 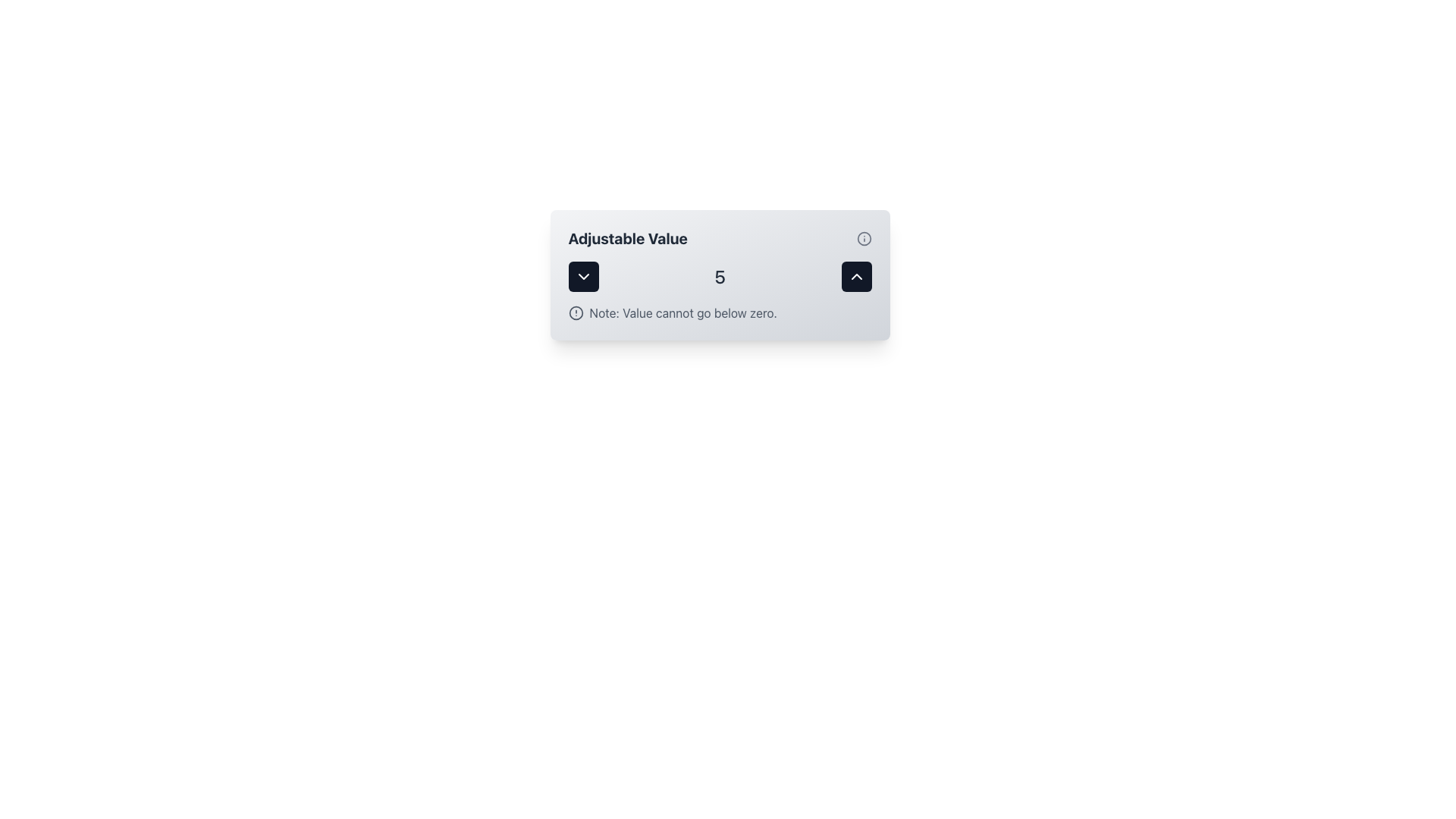 I want to click on the Text Label that displays the current numeric value in an adjustable control, positioned centrally between the increment and decrement buttons, so click(x=719, y=277).